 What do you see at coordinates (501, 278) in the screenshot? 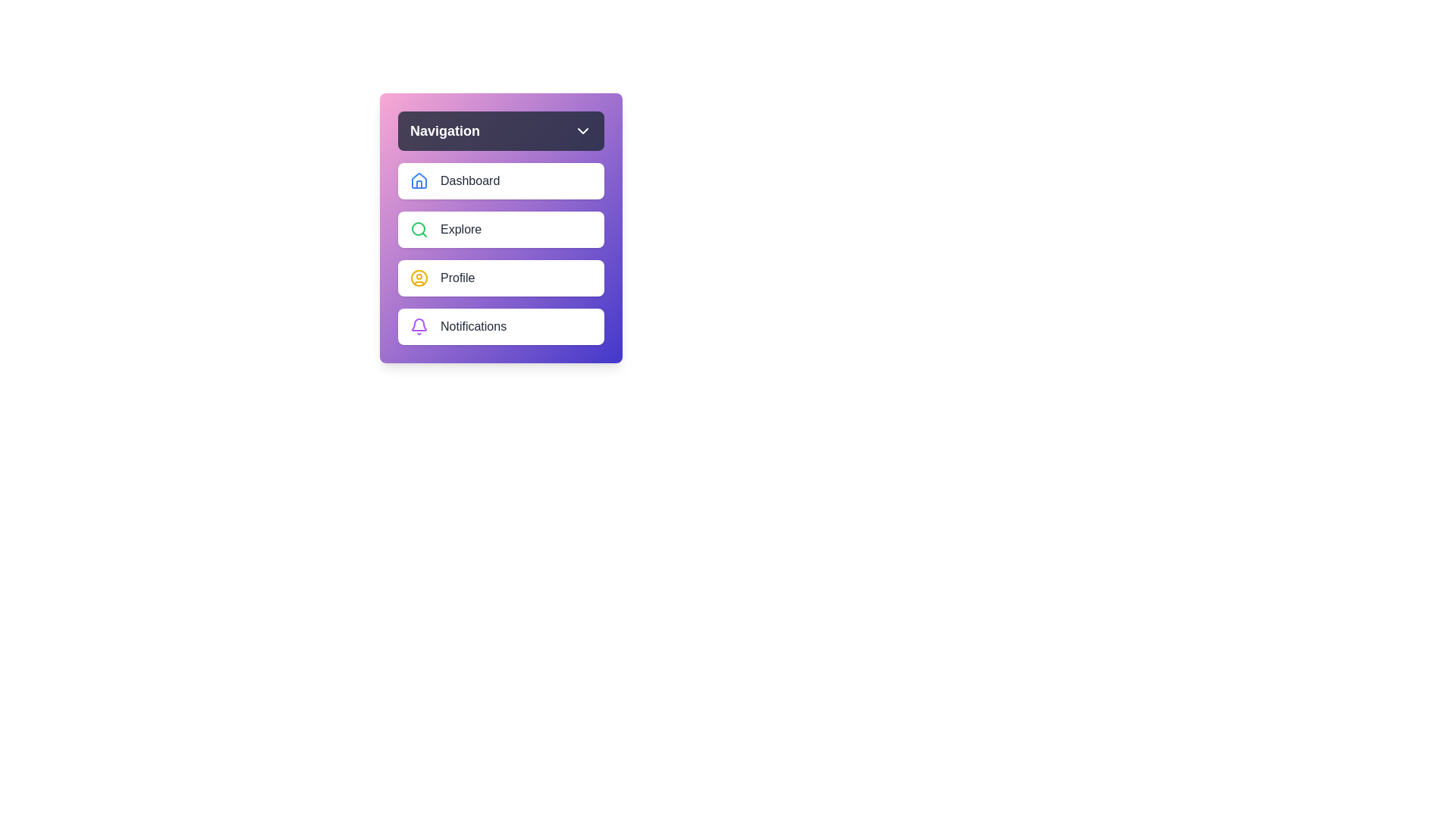
I see `the navigation item Profile from the menu` at bounding box center [501, 278].